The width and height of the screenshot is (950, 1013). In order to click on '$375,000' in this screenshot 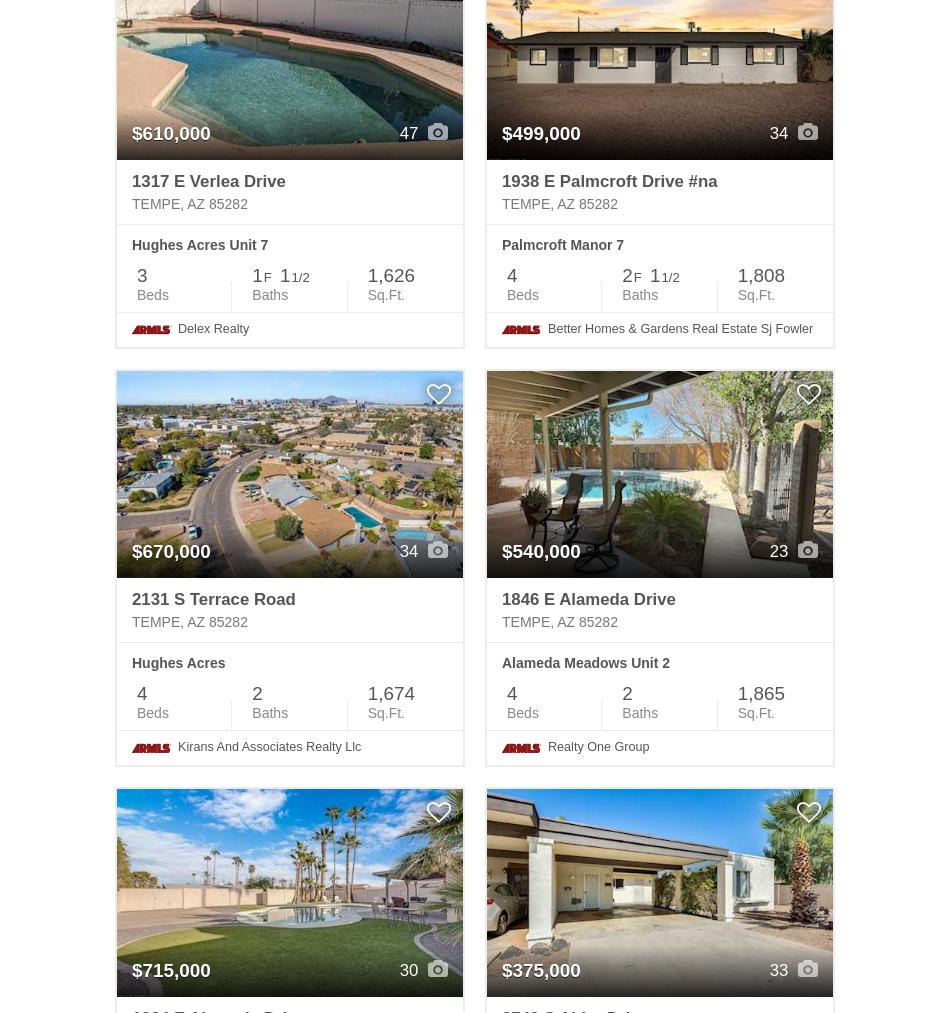, I will do `click(541, 969)`.